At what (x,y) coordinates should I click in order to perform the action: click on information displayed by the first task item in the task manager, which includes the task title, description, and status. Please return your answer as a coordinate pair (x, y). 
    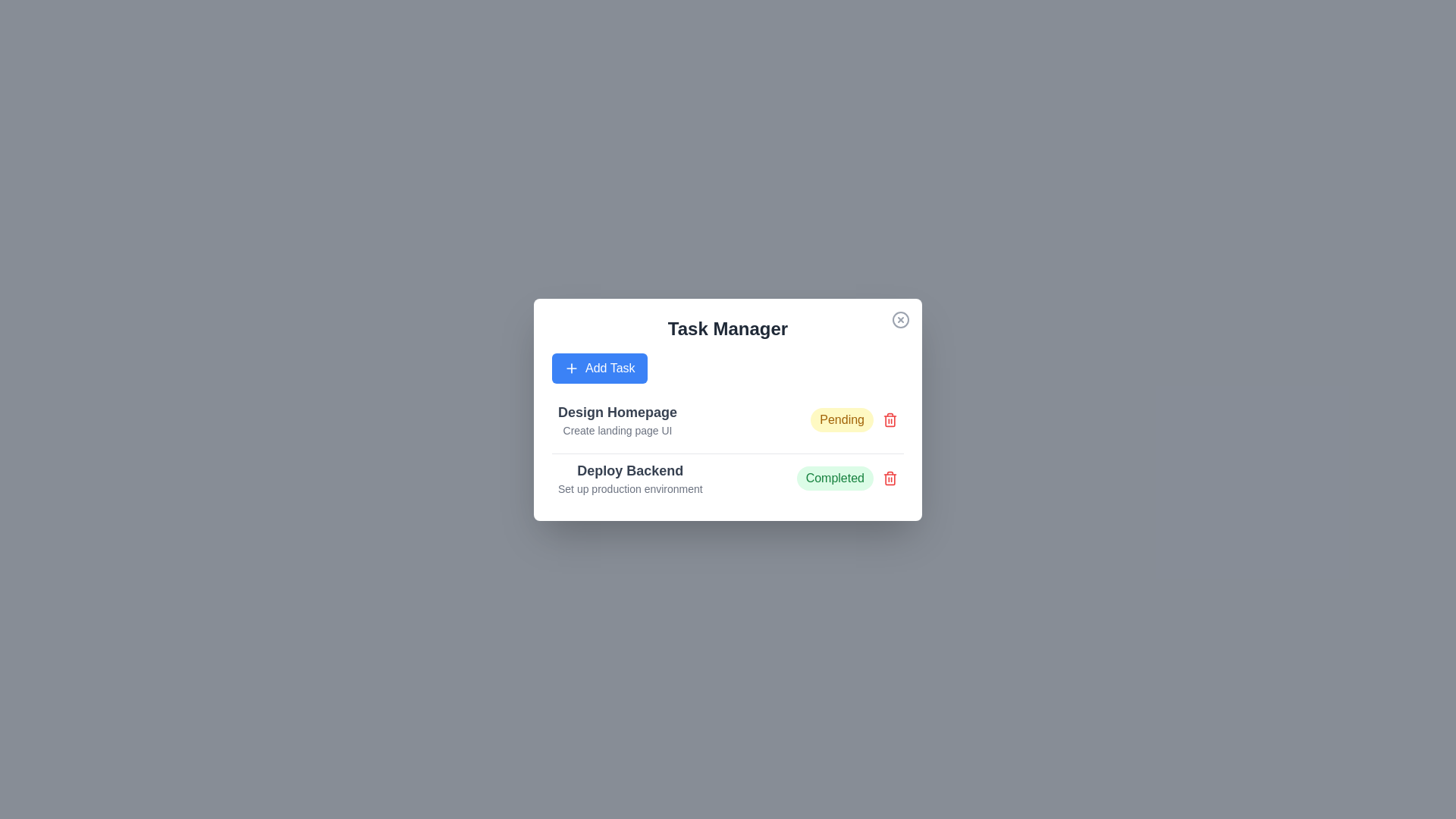
    Looking at the image, I should click on (728, 419).